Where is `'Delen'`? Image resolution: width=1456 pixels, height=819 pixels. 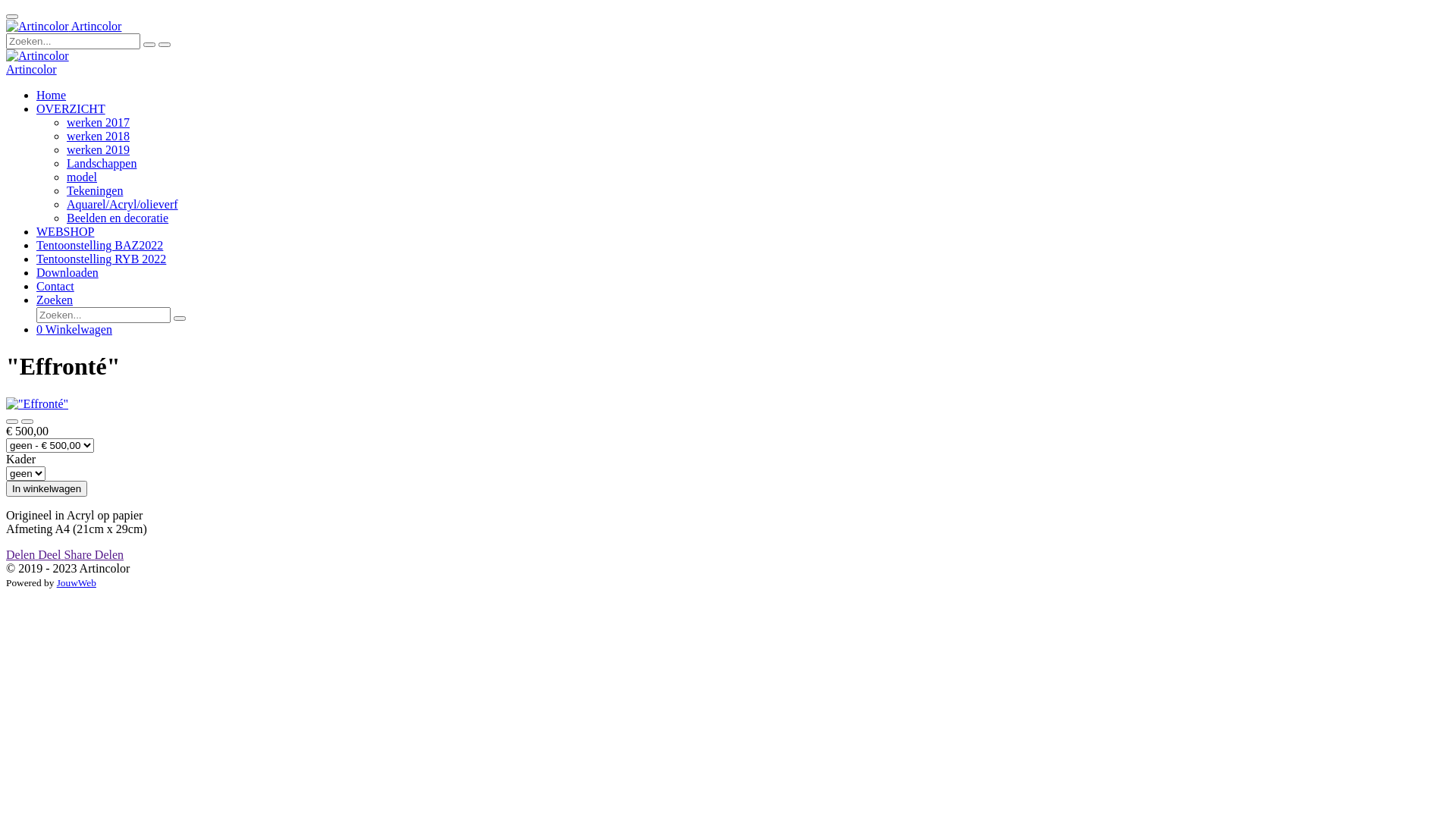 'Delen' is located at coordinates (21, 554).